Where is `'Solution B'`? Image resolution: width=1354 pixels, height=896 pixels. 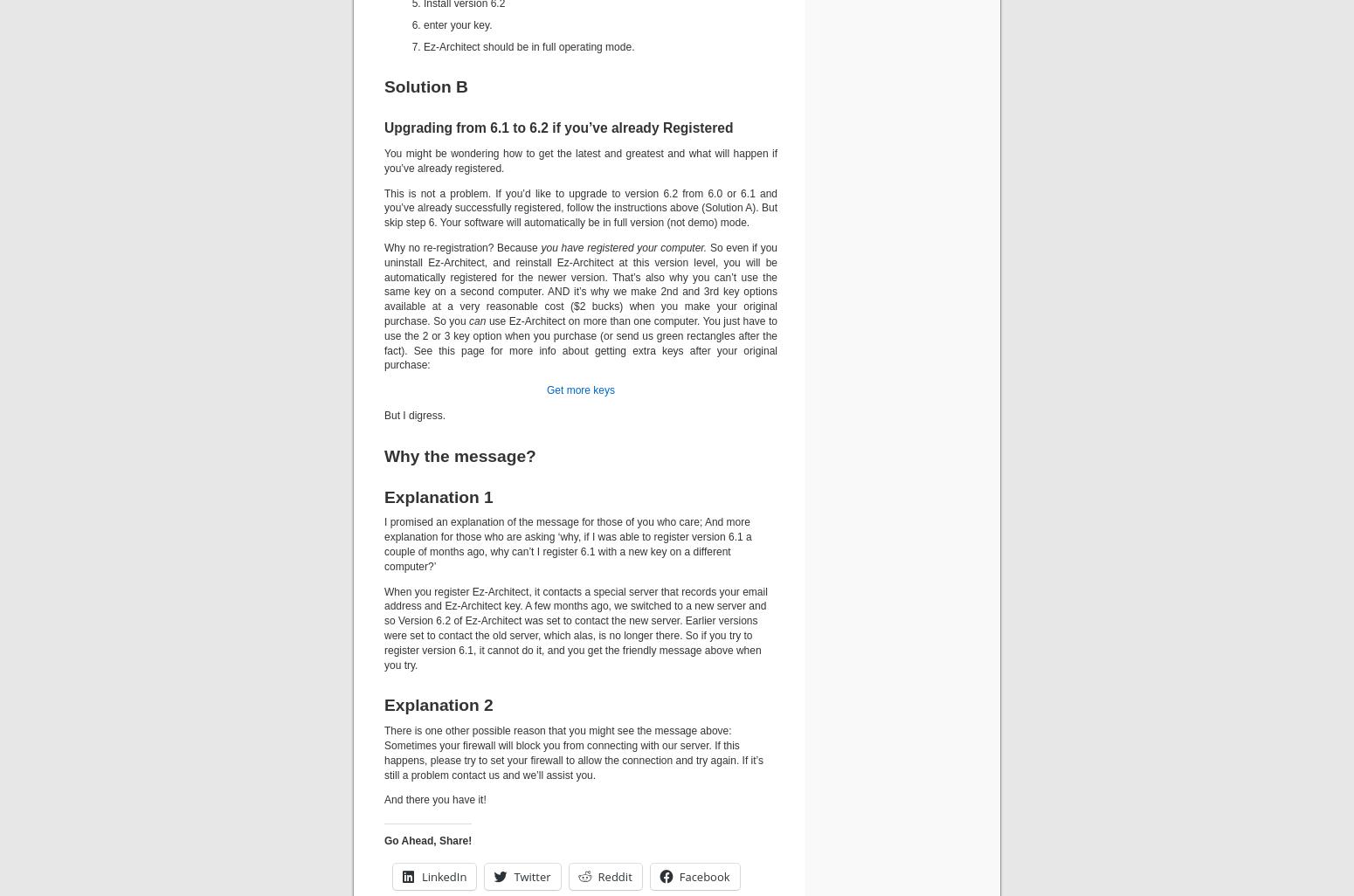 'Solution B' is located at coordinates (425, 86).